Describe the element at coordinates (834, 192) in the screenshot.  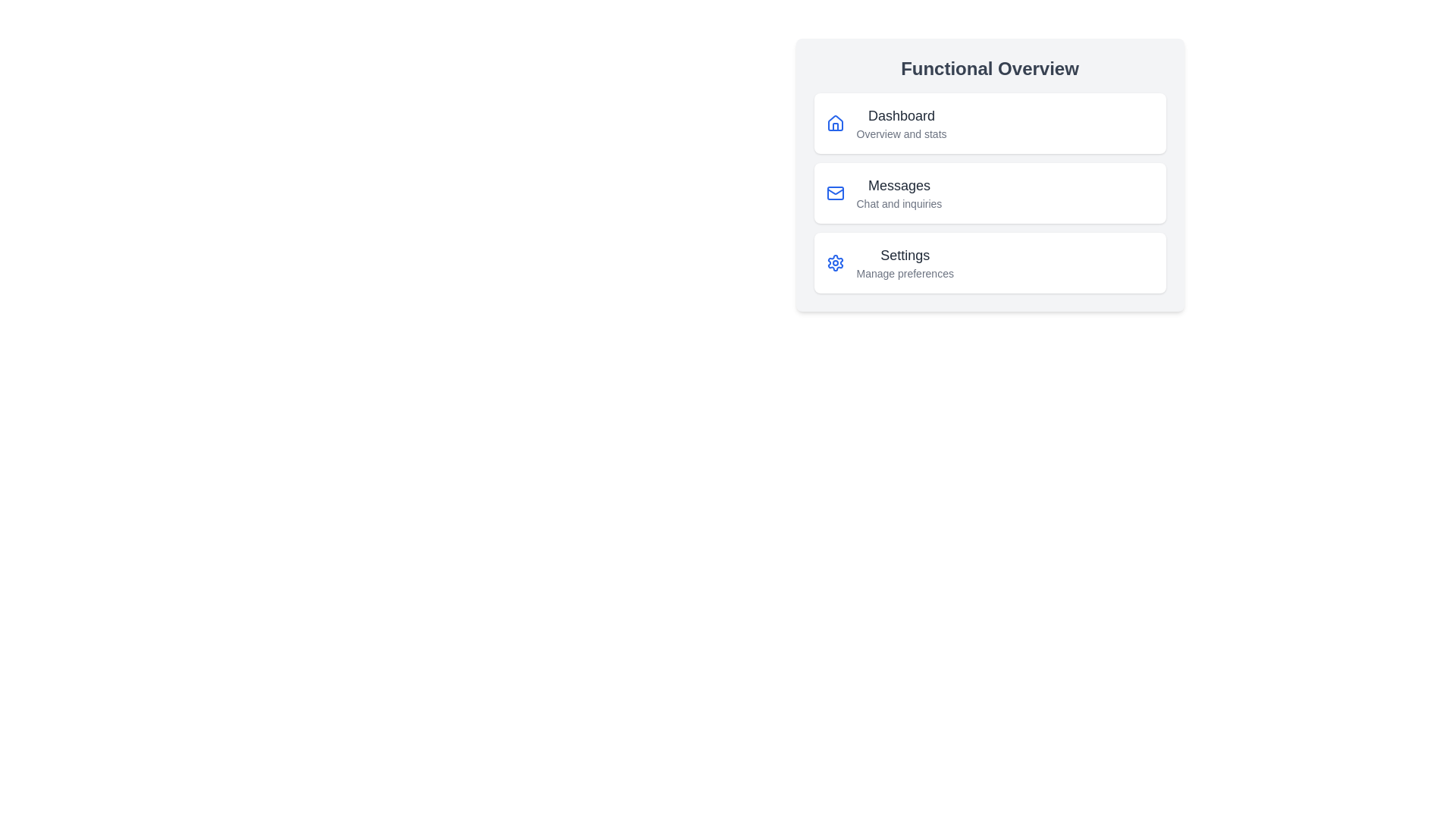
I see `the rectangular SVG element representing the outer envelope of the 'Messages' section in the menu` at that location.